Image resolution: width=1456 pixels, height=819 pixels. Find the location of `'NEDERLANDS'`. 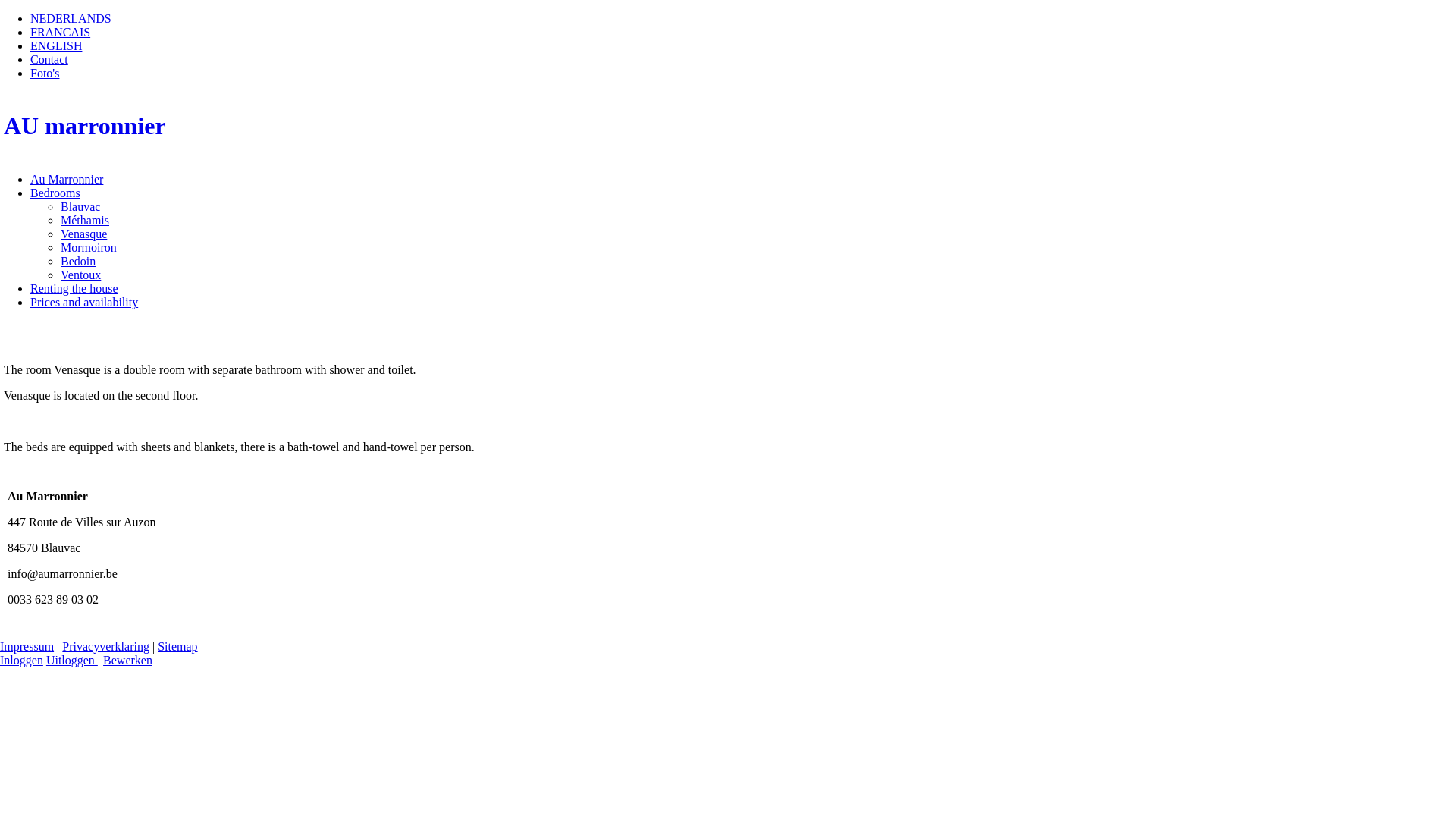

'NEDERLANDS' is located at coordinates (70, 18).